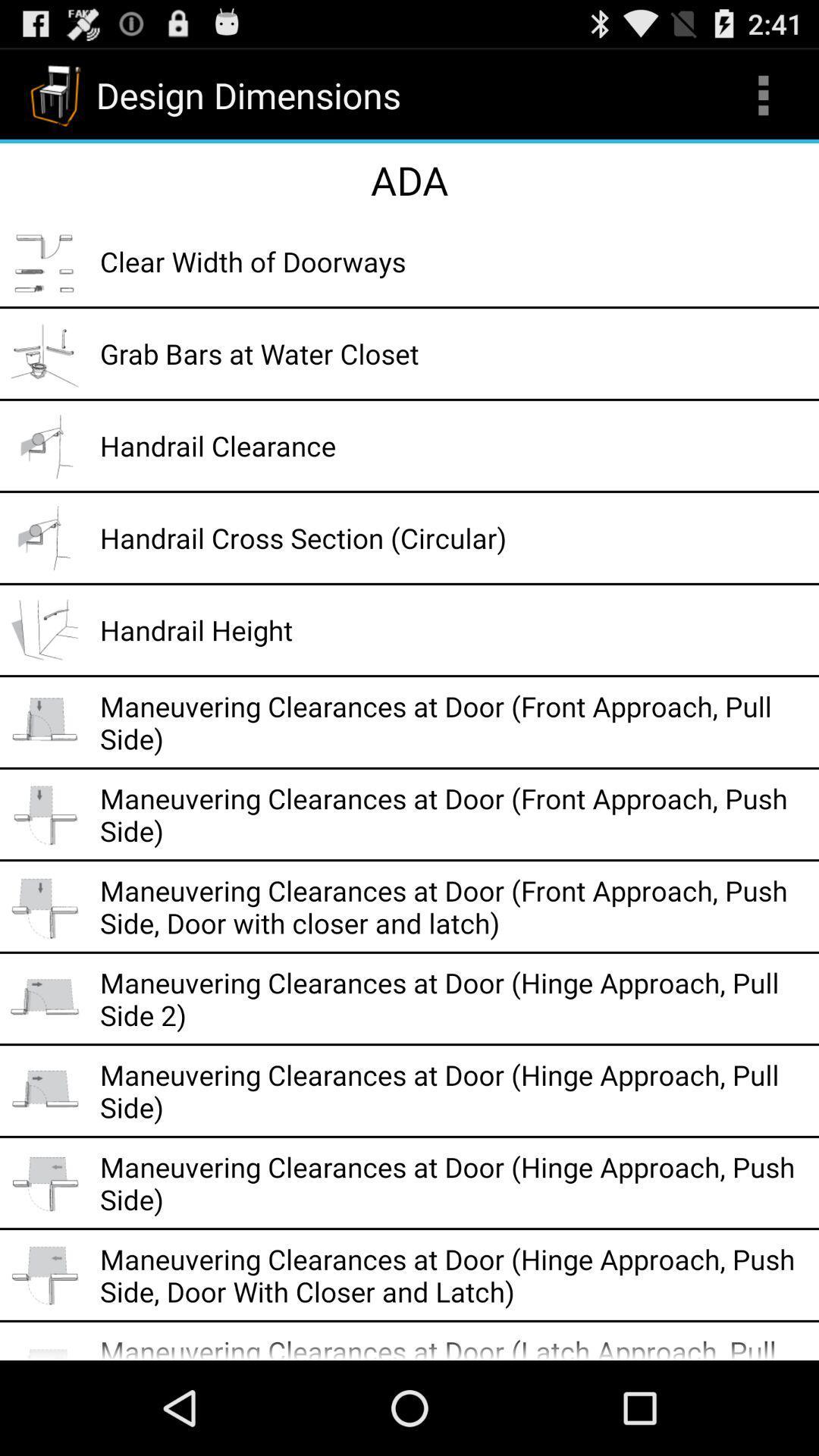 The height and width of the screenshot is (1456, 819). What do you see at coordinates (453, 445) in the screenshot?
I see `handrail clearance app` at bounding box center [453, 445].